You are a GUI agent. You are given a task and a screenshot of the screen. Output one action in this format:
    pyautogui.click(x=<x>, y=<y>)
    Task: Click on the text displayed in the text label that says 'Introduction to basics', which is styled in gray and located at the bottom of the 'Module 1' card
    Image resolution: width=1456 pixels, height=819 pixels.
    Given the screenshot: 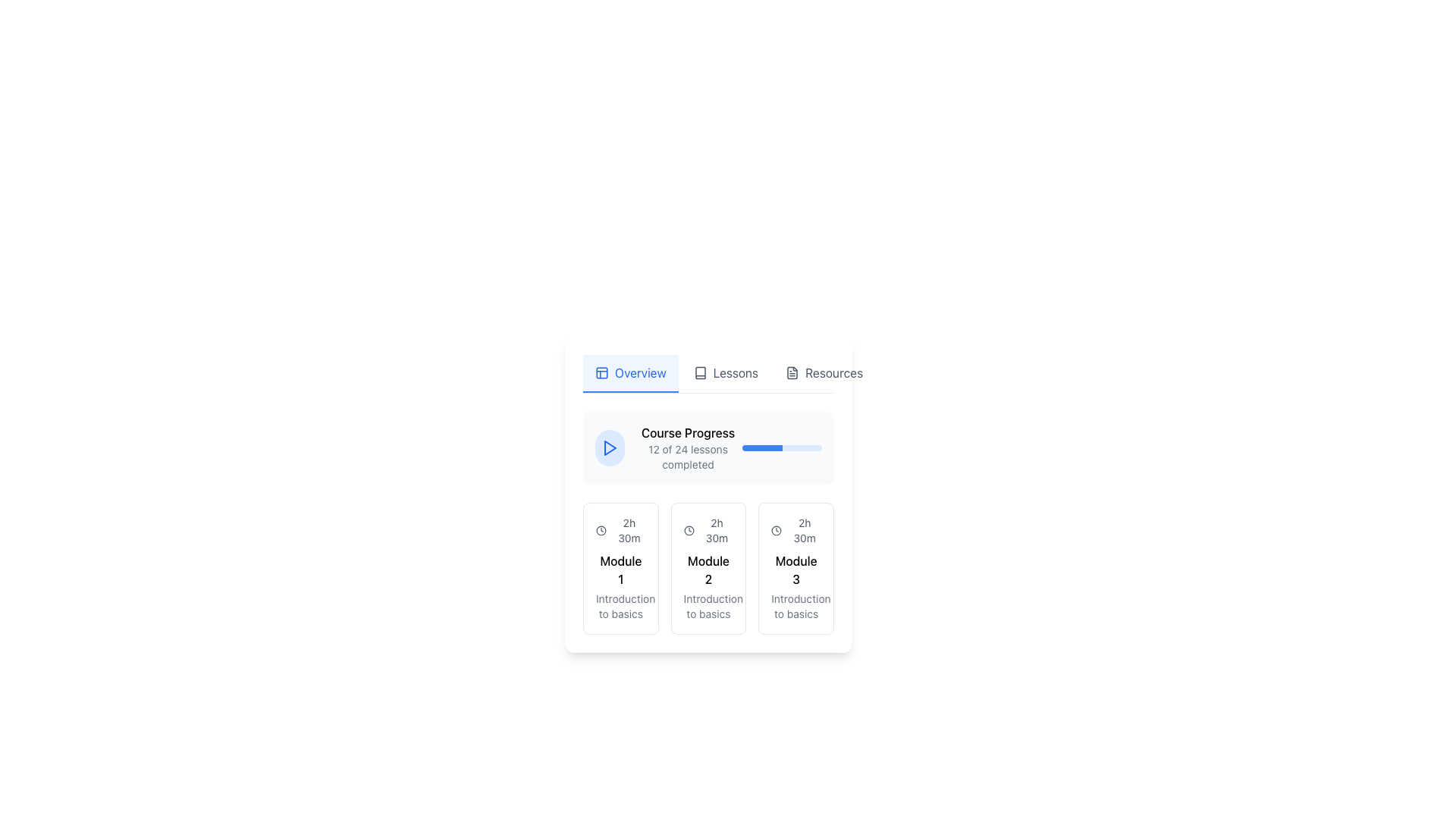 What is the action you would take?
    pyautogui.click(x=620, y=605)
    